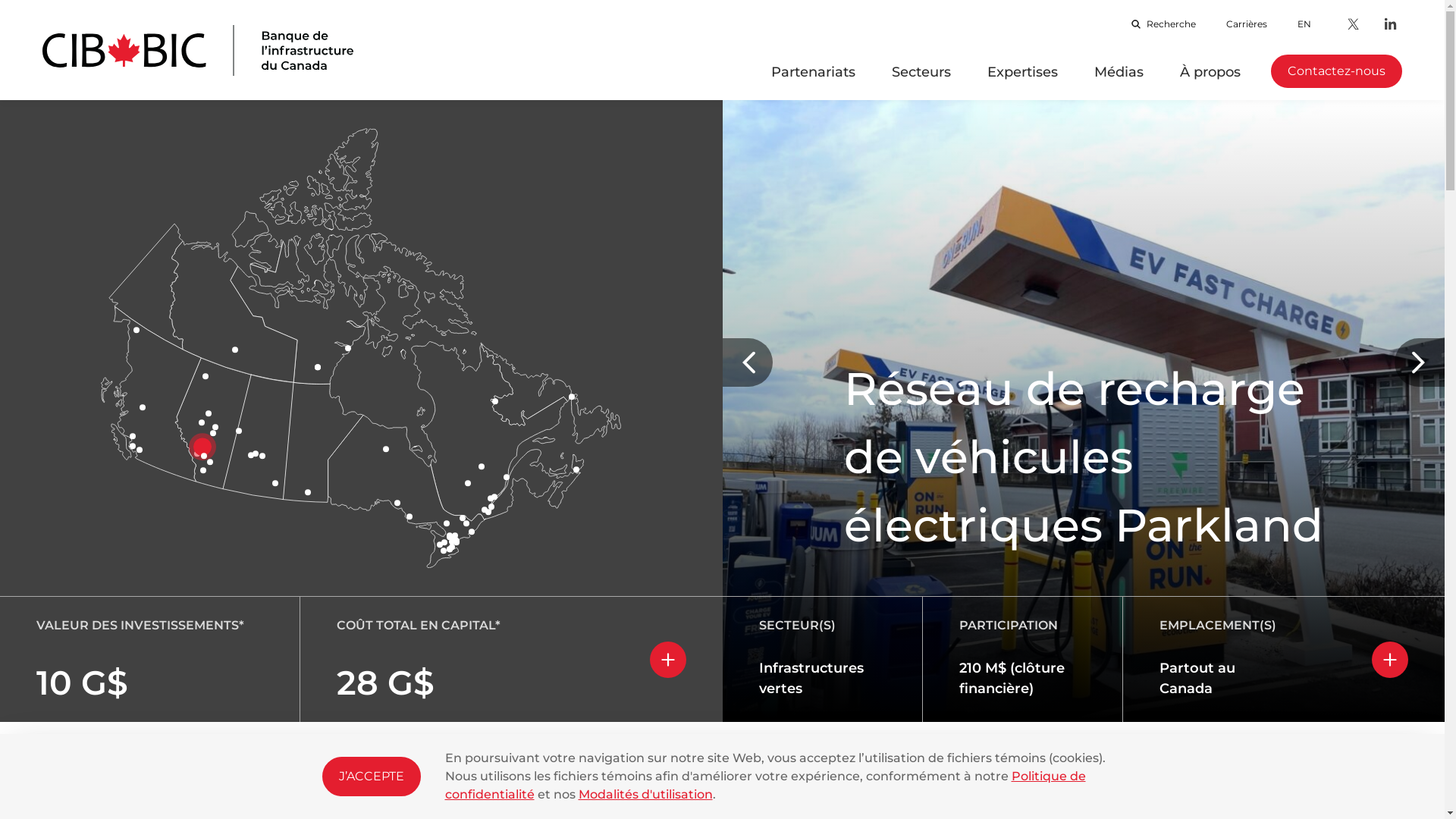  Describe the element at coordinates (1163, 24) in the screenshot. I see `'Recherche'` at that location.